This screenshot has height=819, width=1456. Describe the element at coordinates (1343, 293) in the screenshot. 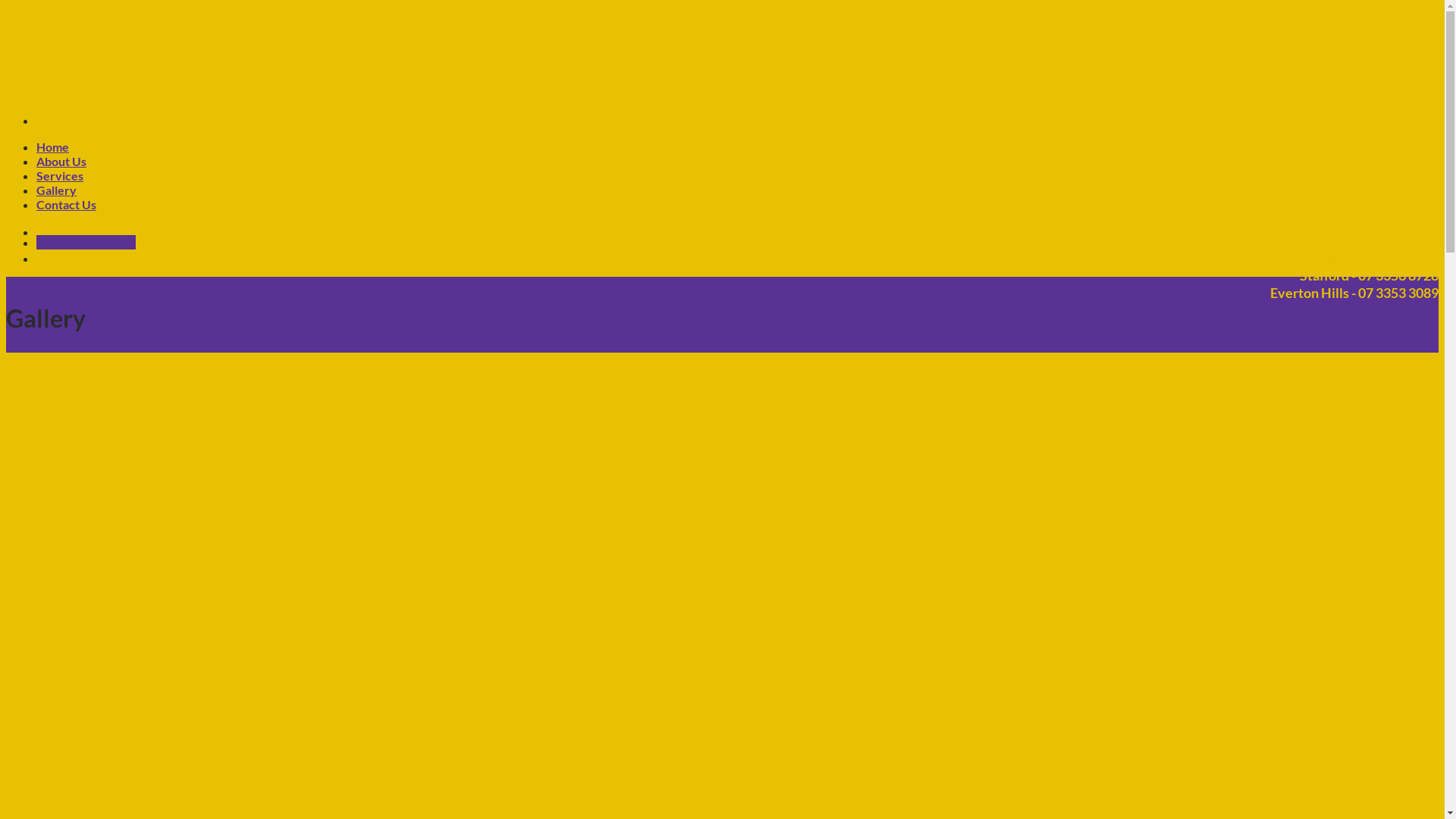

I see `'Everton Hills - 07 3353 3089'` at that location.